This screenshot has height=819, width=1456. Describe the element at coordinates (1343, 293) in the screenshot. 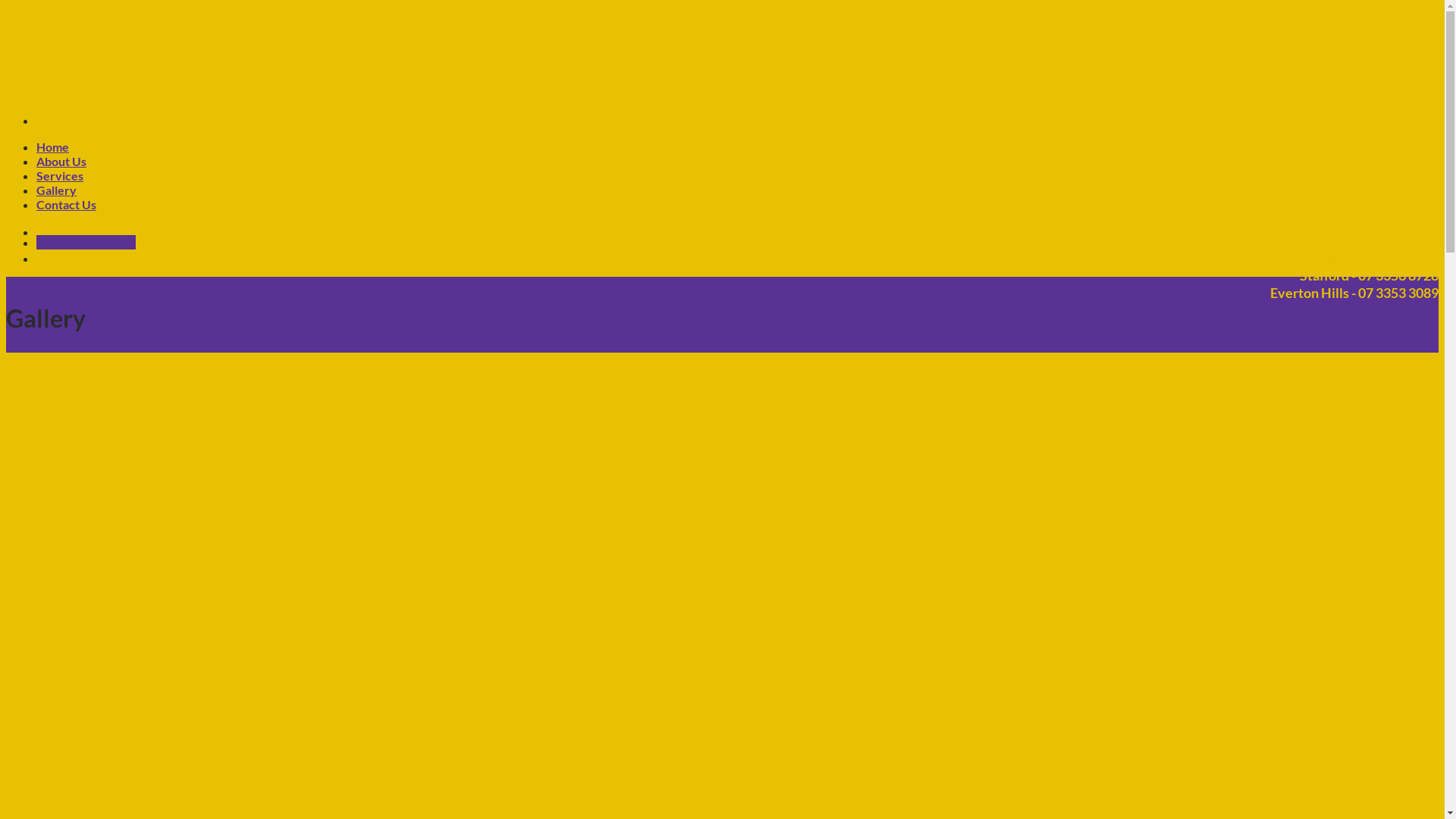

I see `'Everton Hills - 07 3353 3089'` at that location.